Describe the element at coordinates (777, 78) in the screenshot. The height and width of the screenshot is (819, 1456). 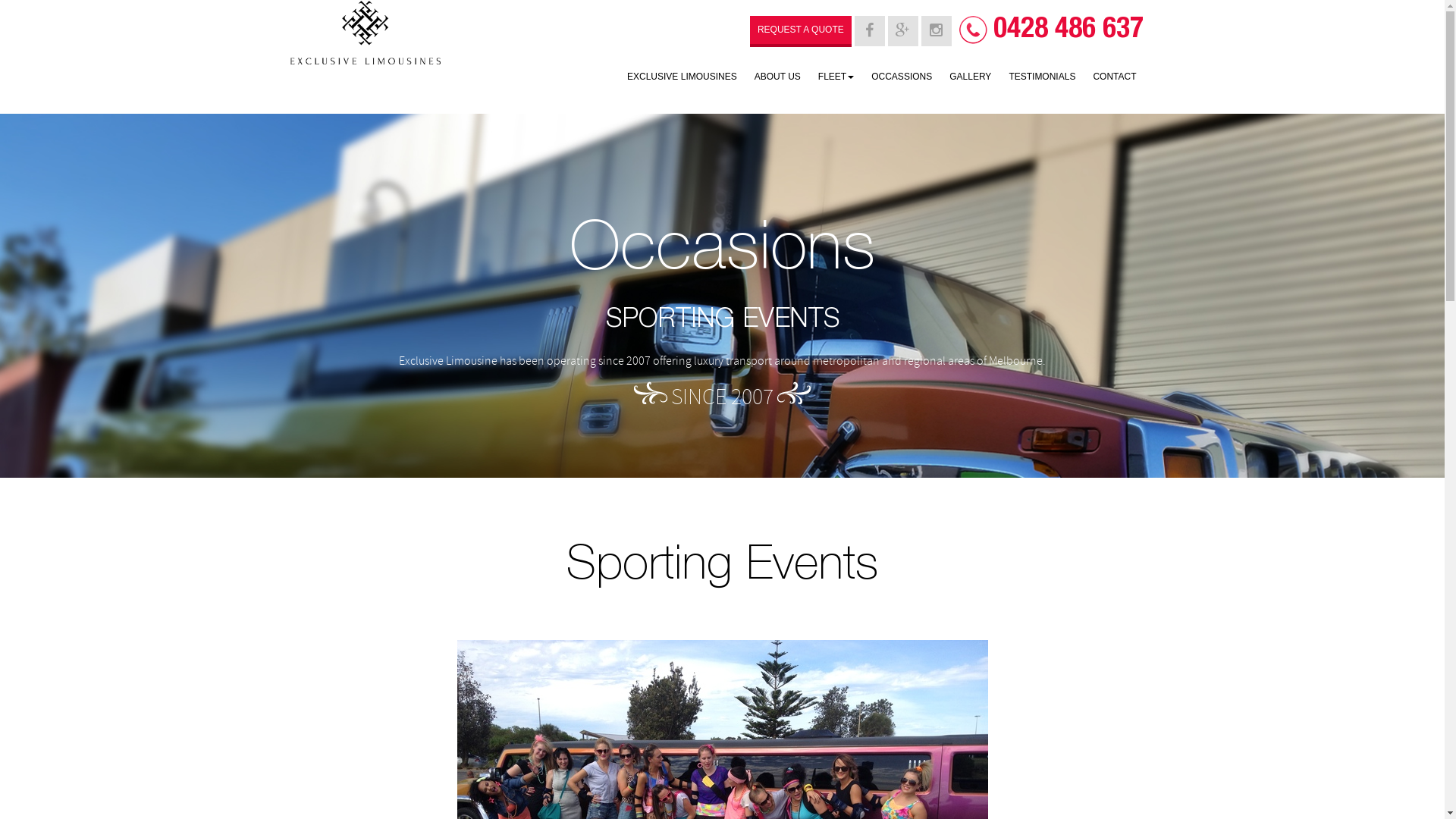
I see `'ABOUT US'` at that location.